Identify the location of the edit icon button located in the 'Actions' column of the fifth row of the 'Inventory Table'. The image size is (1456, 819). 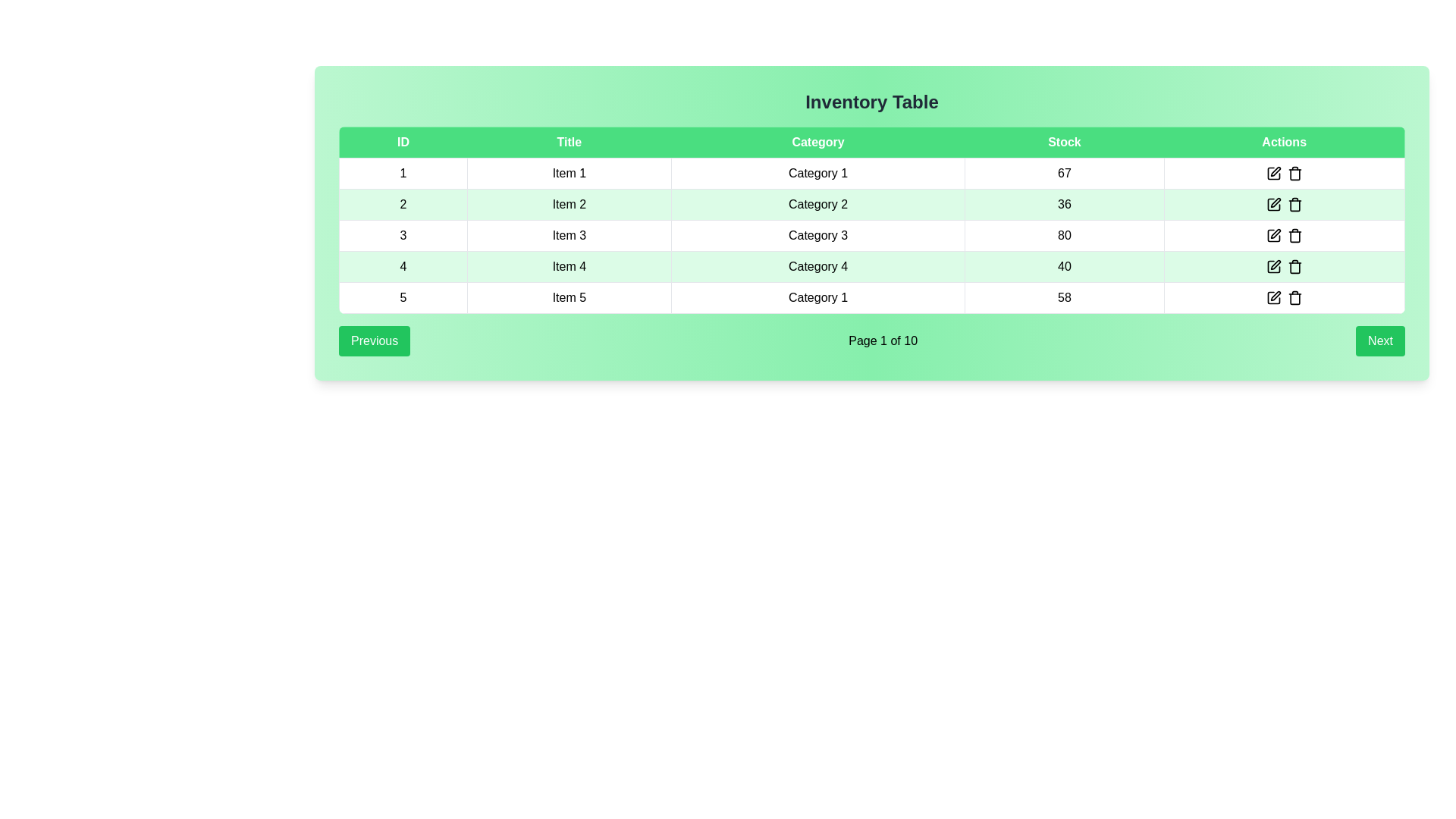
(1274, 298).